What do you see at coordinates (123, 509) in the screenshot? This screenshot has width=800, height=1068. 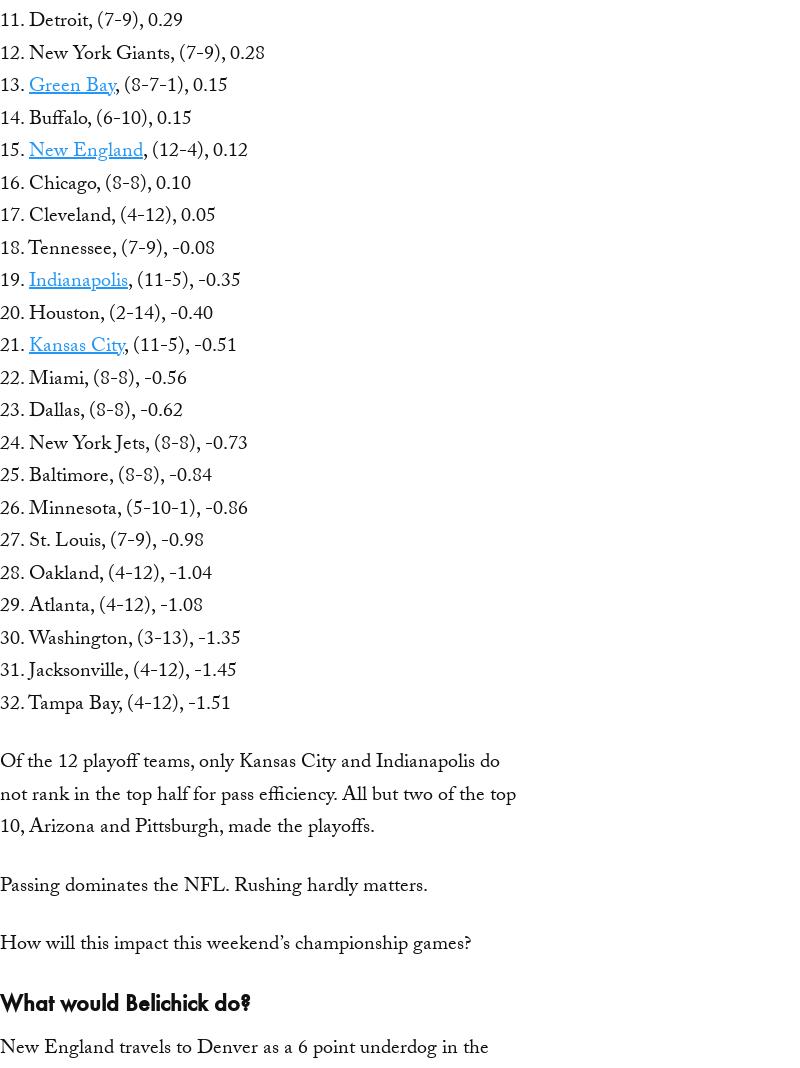 I see `'26. Minnesota, (5-10-1), -0.86'` at bounding box center [123, 509].